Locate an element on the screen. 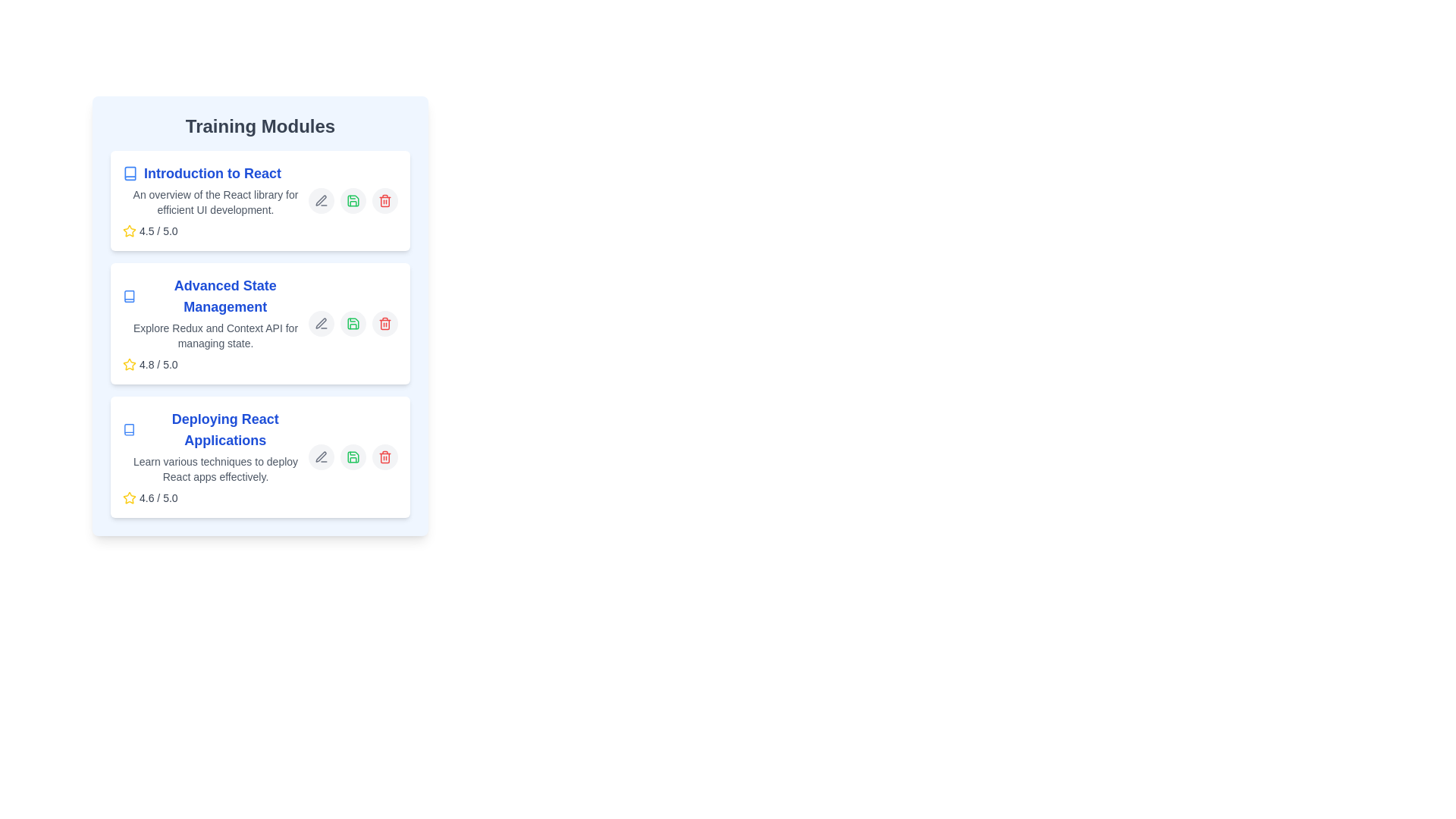 This screenshot has height=819, width=1456. the text label stating 'An overview of the React library for efficient UI development.' located under the title 'Introduction to React' is located at coordinates (215, 201).